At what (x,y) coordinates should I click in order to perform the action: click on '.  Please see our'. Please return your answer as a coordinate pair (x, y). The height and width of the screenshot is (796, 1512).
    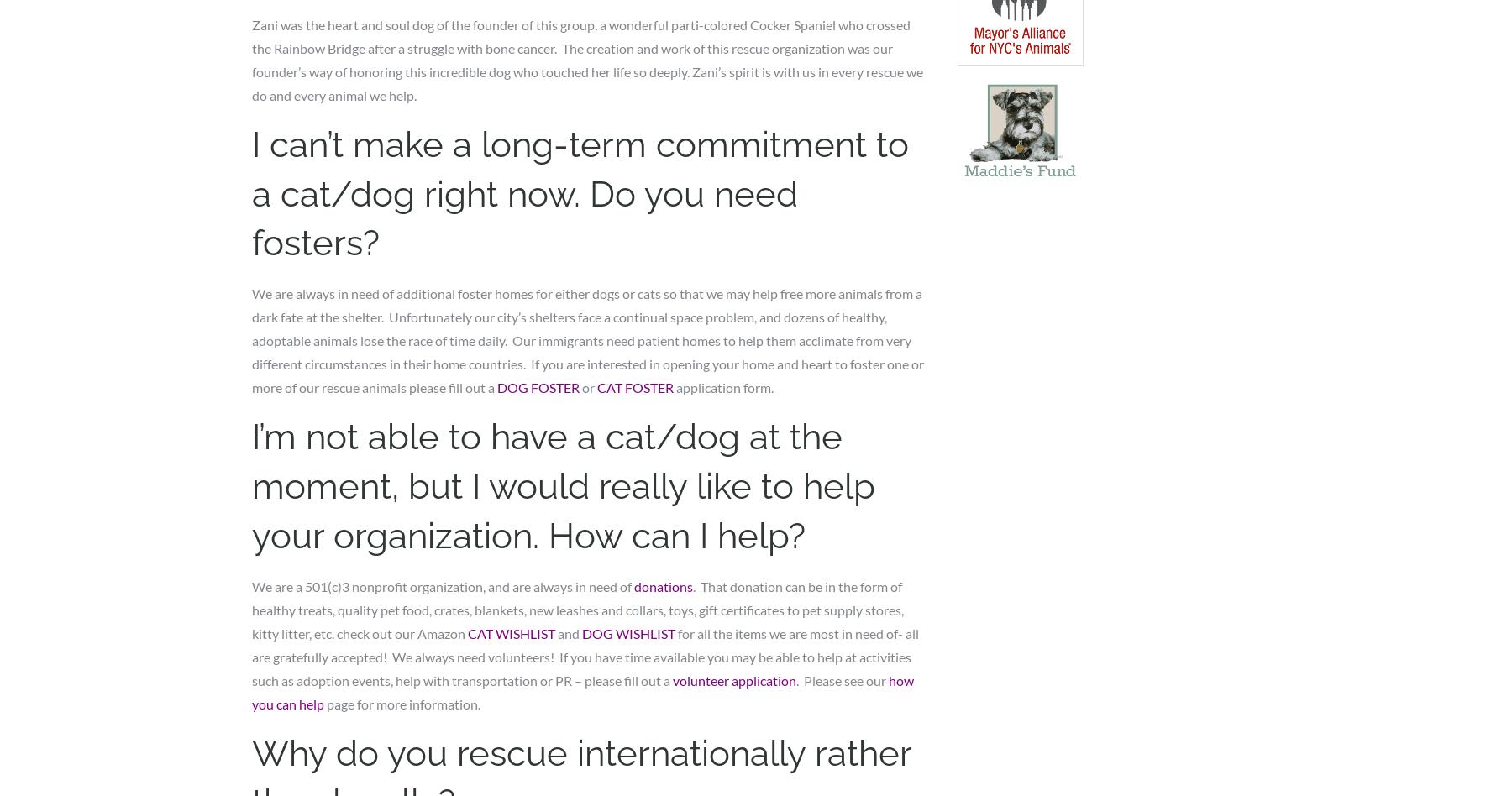
    Looking at the image, I should click on (841, 679).